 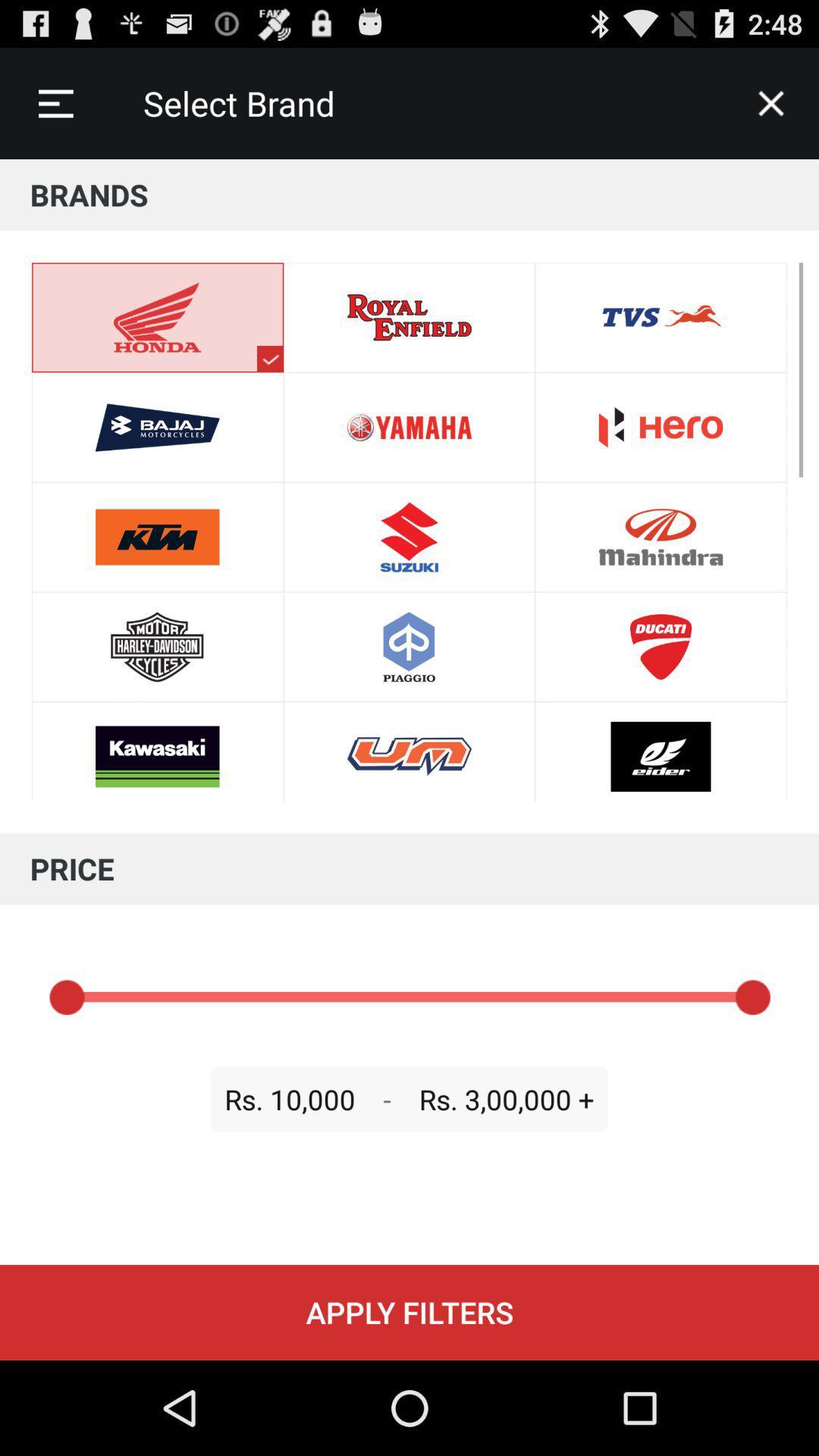 I want to click on item below the rs. 10,000 item, so click(x=409, y=1312).